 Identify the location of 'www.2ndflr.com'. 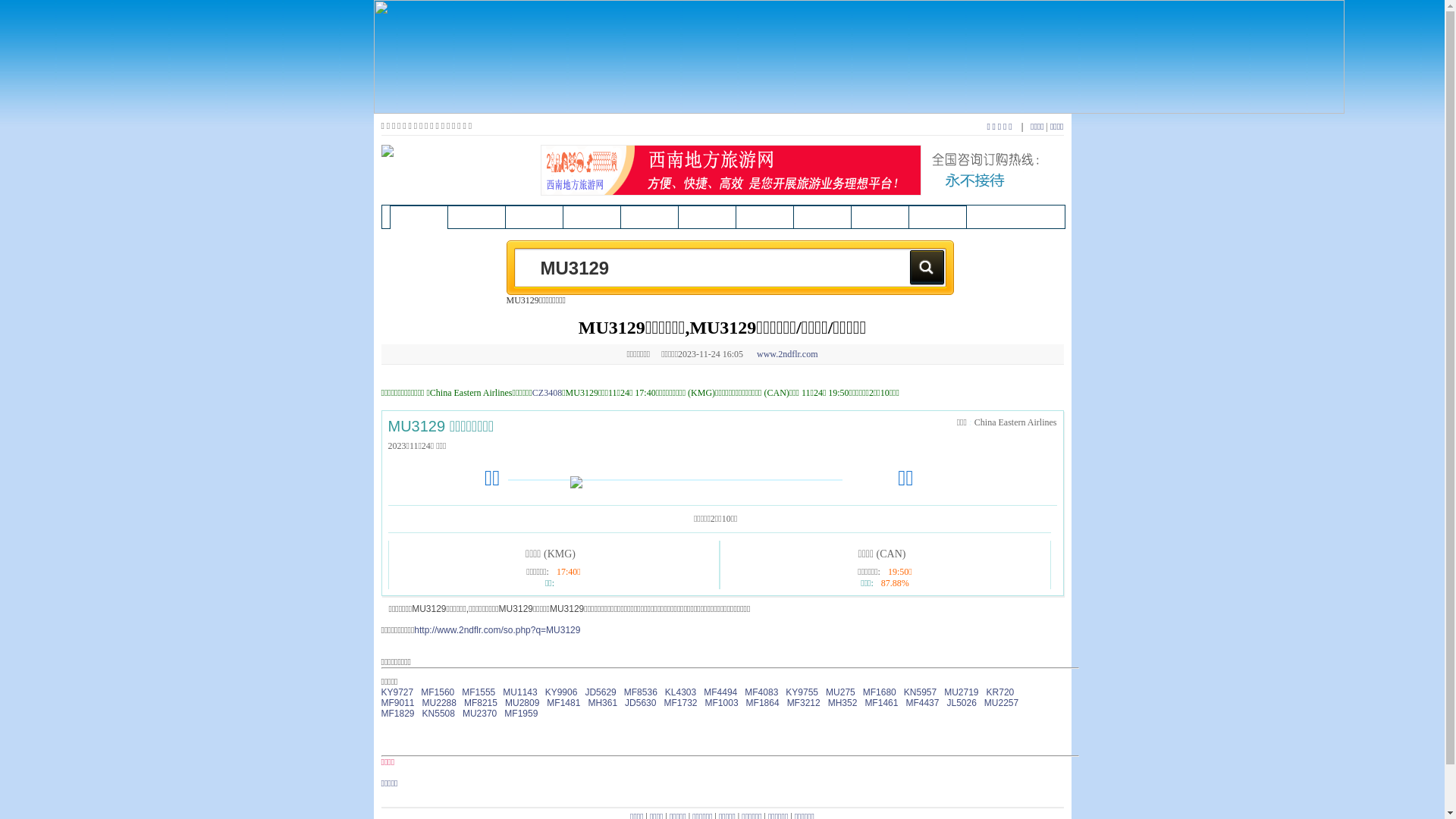
(787, 353).